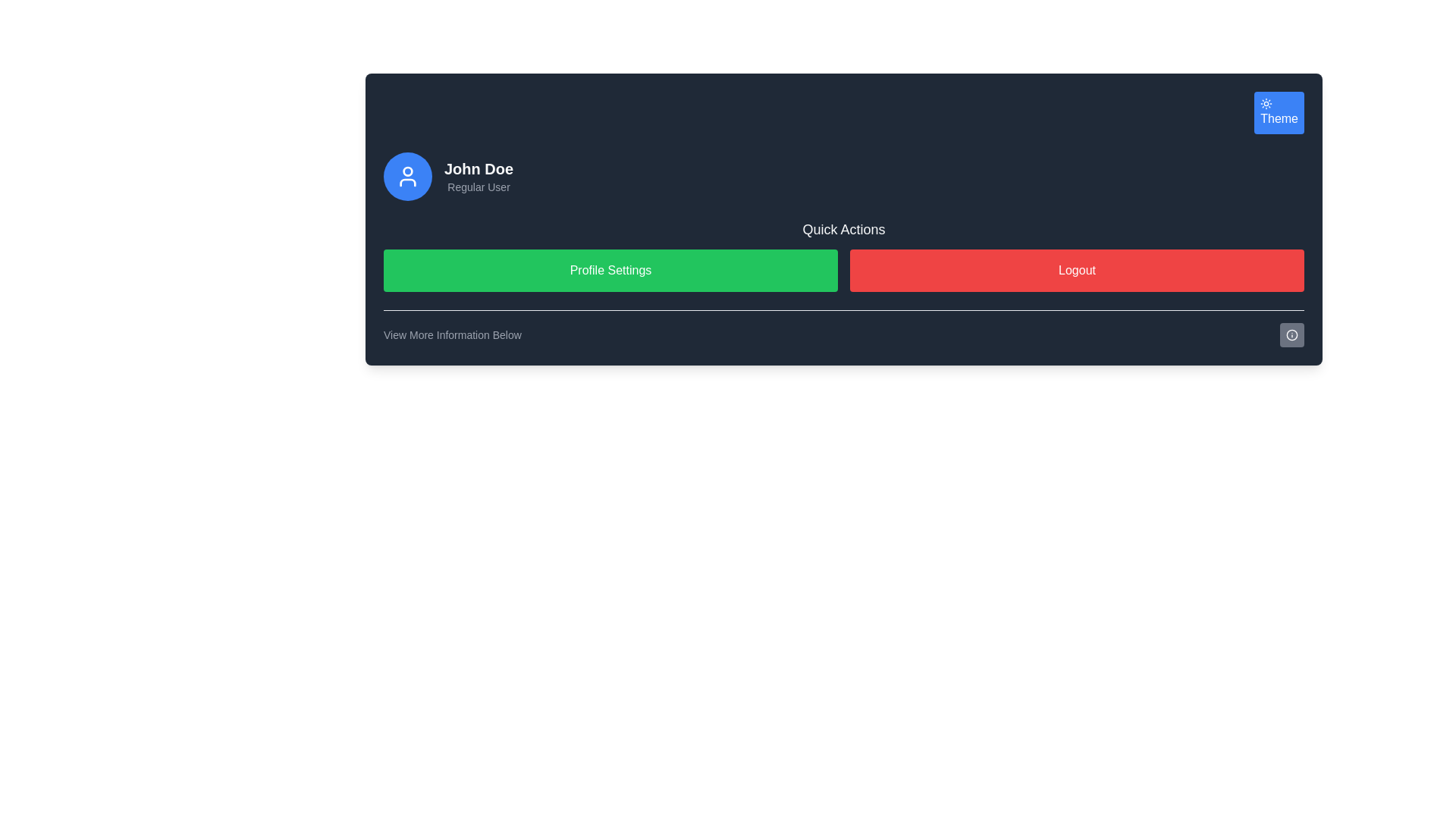  What do you see at coordinates (843, 230) in the screenshot?
I see `text from the 'Quick Actions' label, which is displayed in bold font against a dark background, positioned above the 'Profile Settings' and 'Logout' buttons` at bounding box center [843, 230].